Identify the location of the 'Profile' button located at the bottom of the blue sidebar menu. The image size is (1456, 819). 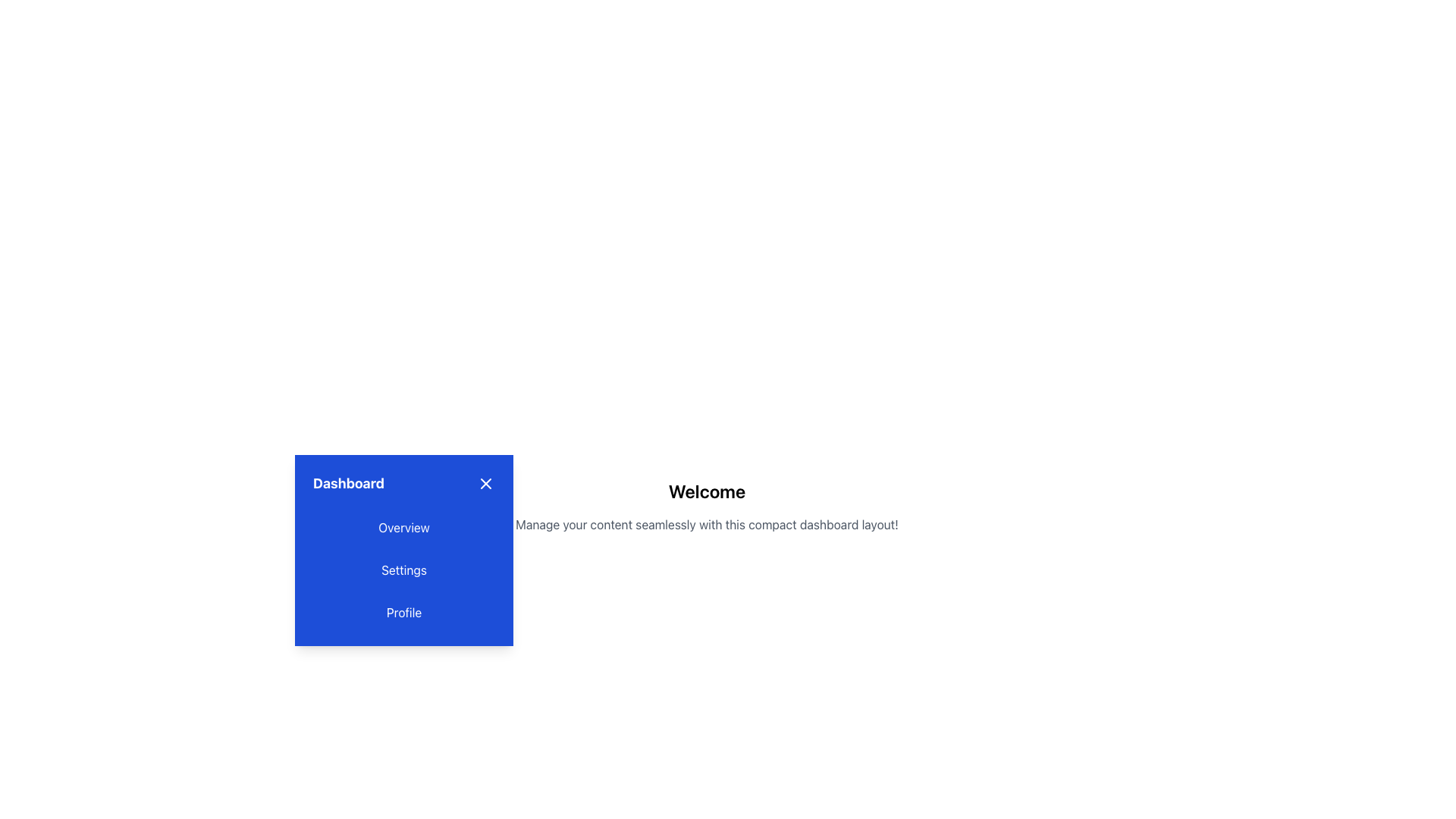
(403, 611).